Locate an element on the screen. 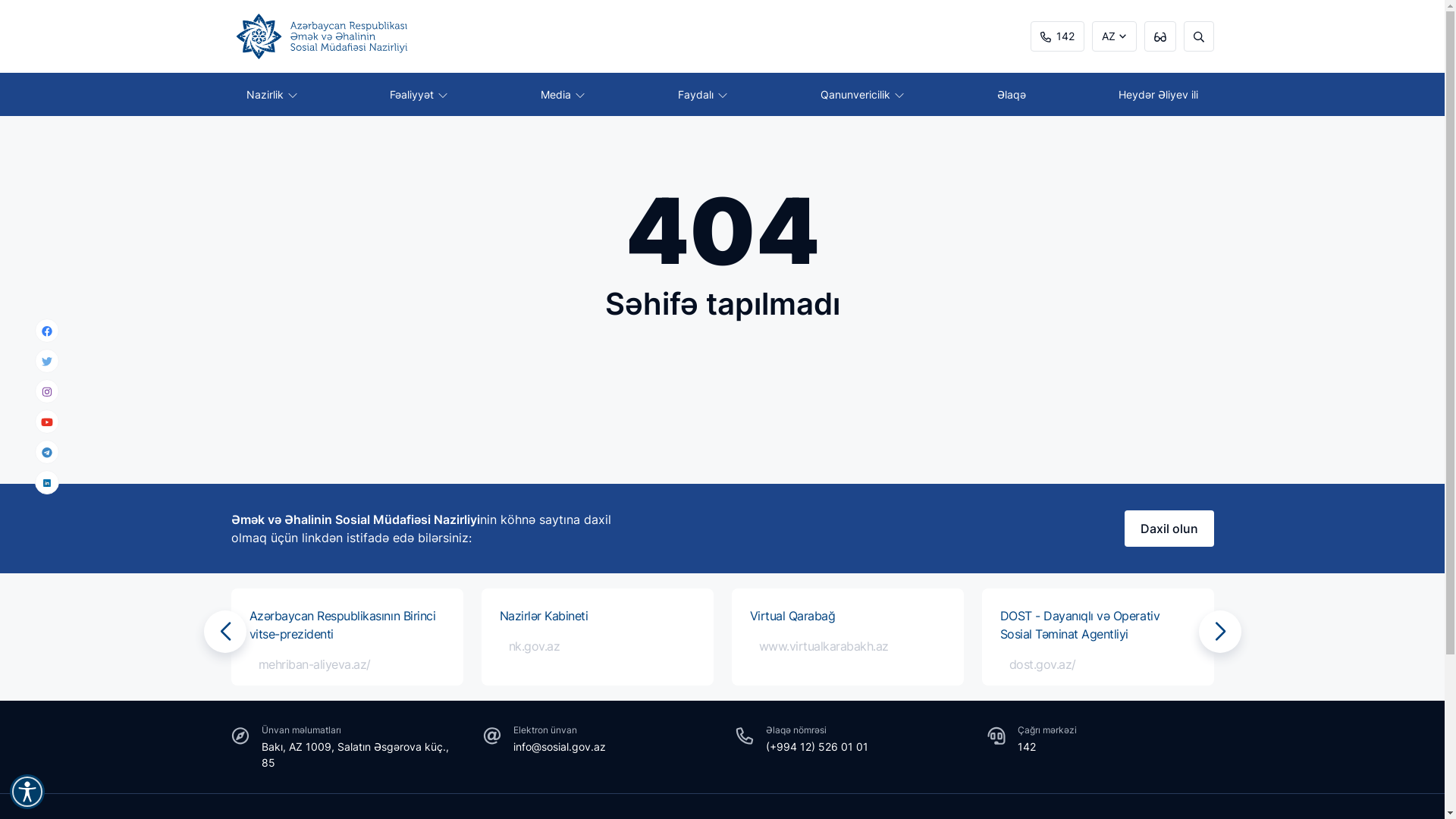  'info@sosial.gov.az' is located at coordinates (559, 745).